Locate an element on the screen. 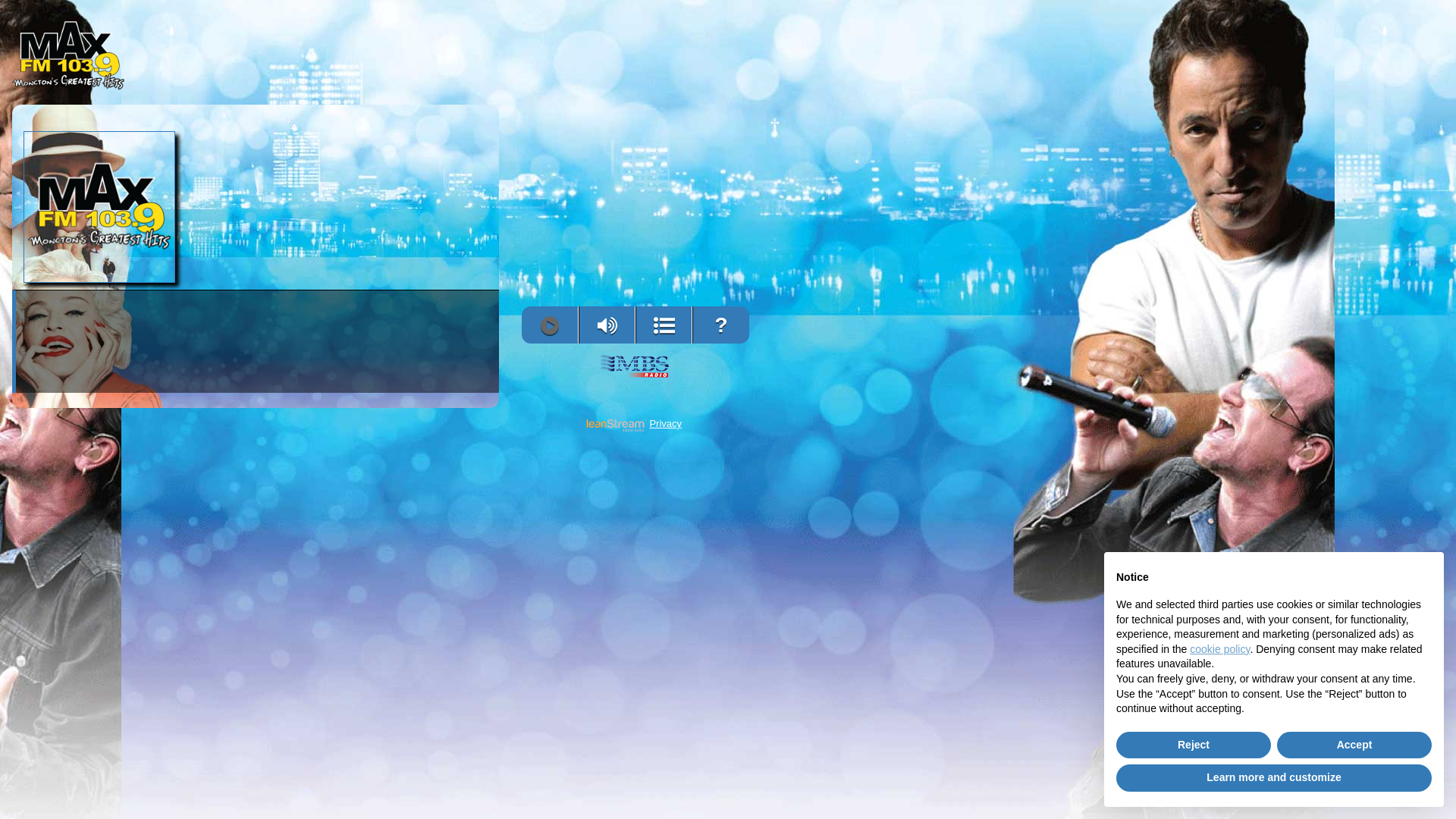 This screenshot has width=1456, height=819. 'cookie policy' is located at coordinates (1219, 648).